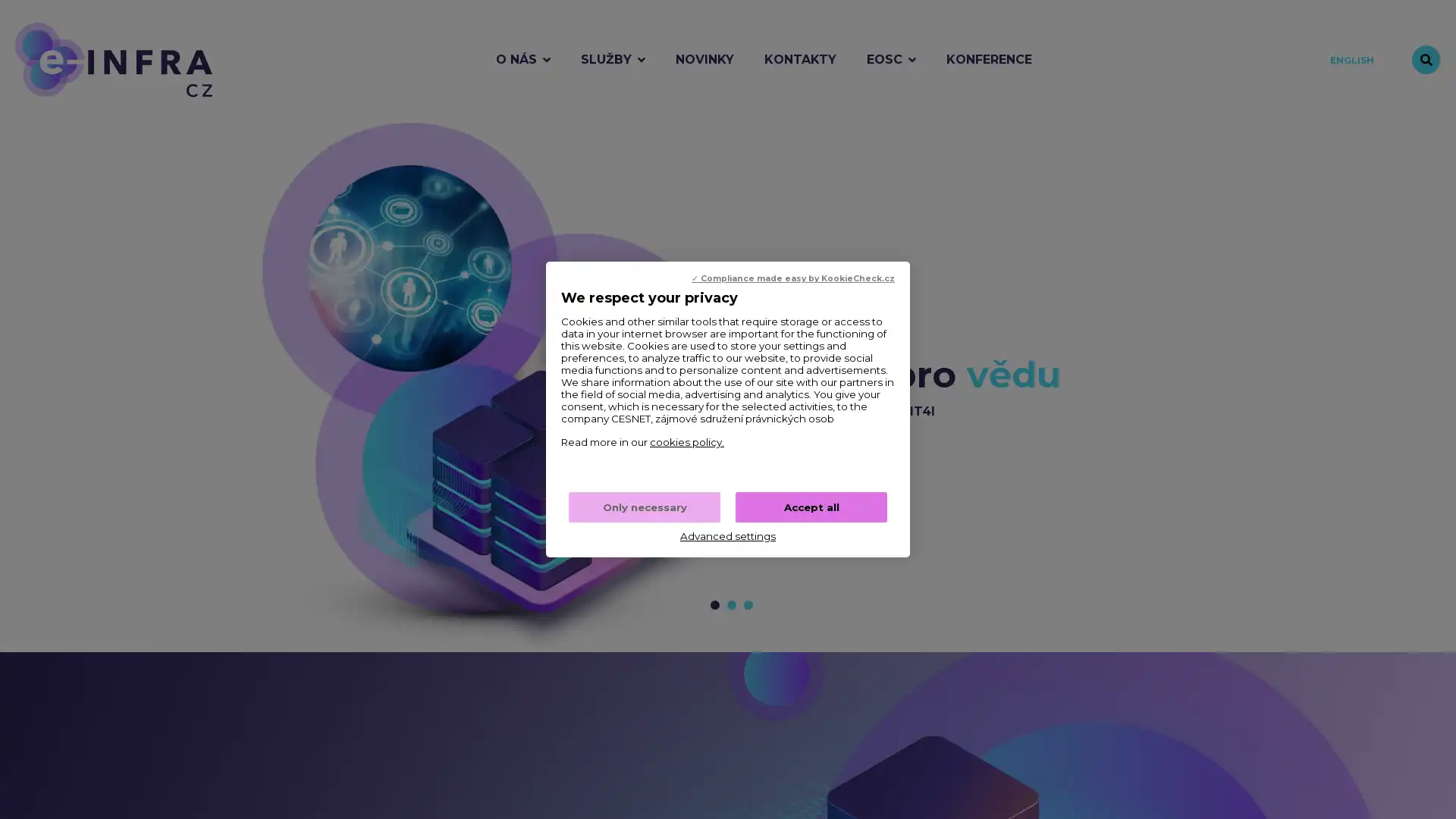 This screenshot has width=1456, height=819. What do you see at coordinates (714, 604) in the screenshot?
I see `Prejit na snimek c. 1` at bounding box center [714, 604].